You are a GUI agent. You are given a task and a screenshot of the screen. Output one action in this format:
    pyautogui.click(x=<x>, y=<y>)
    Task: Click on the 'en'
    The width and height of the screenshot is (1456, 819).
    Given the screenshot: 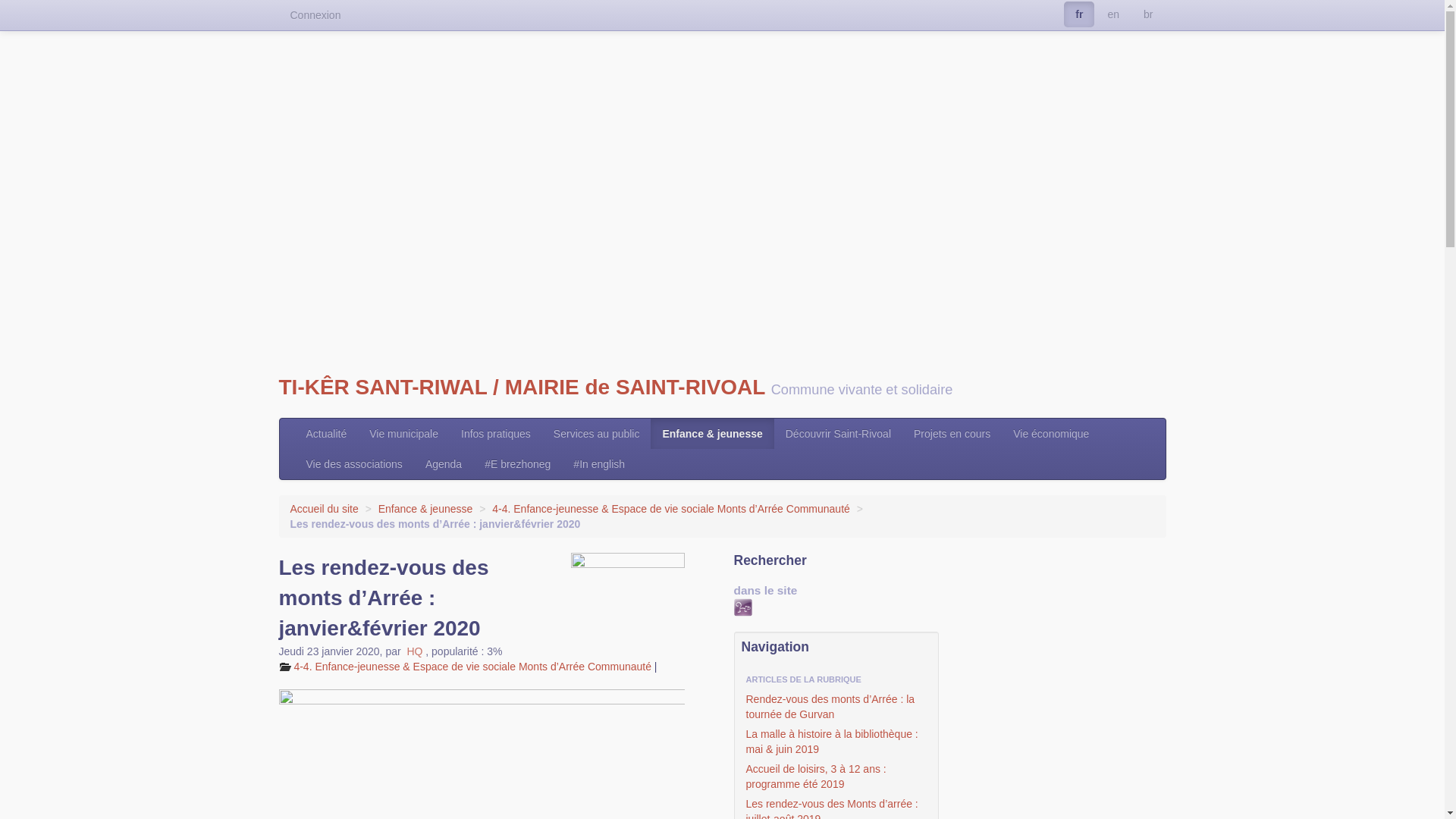 What is the action you would take?
    pyautogui.click(x=1113, y=14)
    